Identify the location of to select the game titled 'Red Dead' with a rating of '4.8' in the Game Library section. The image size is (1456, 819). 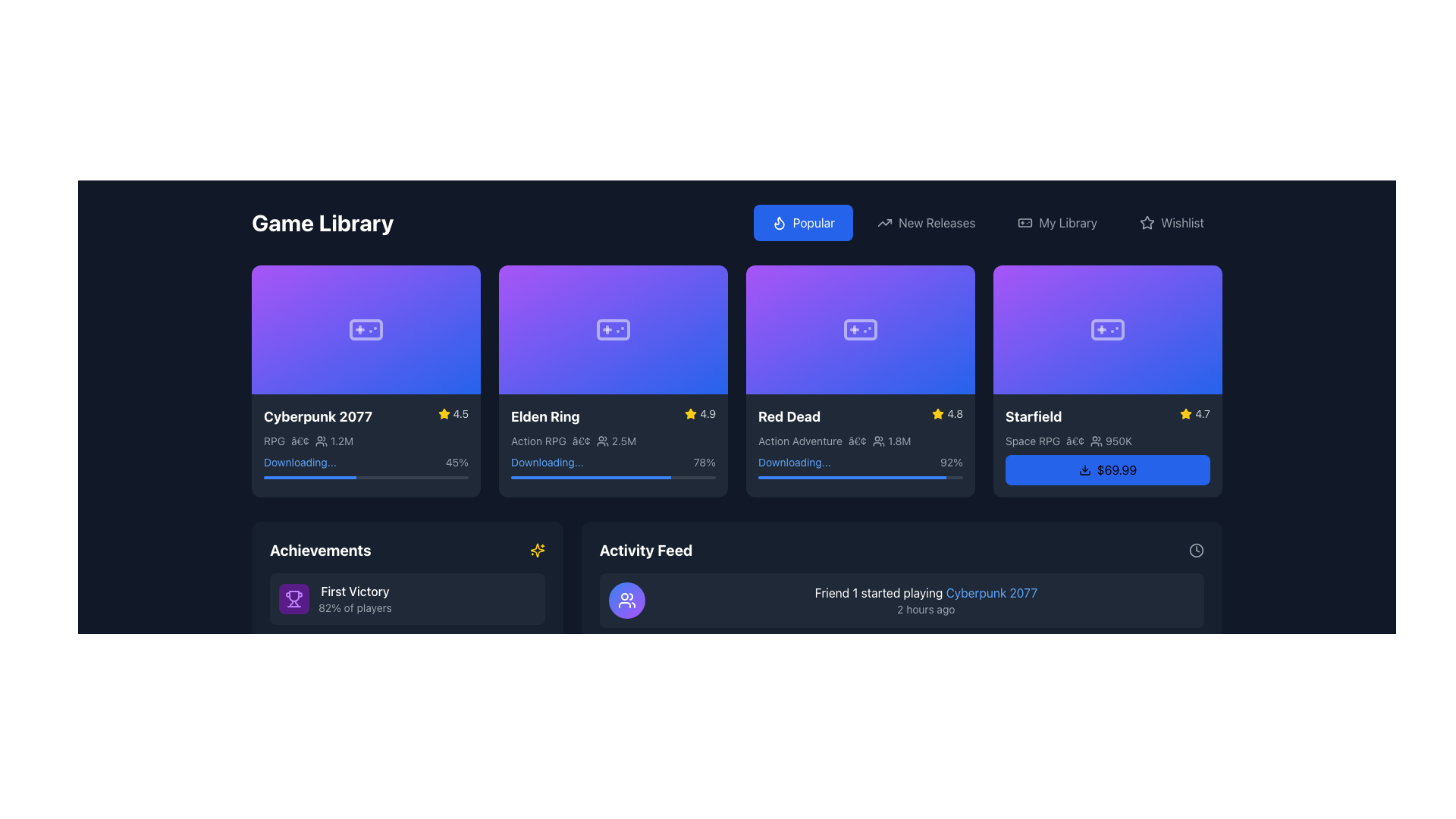
(860, 416).